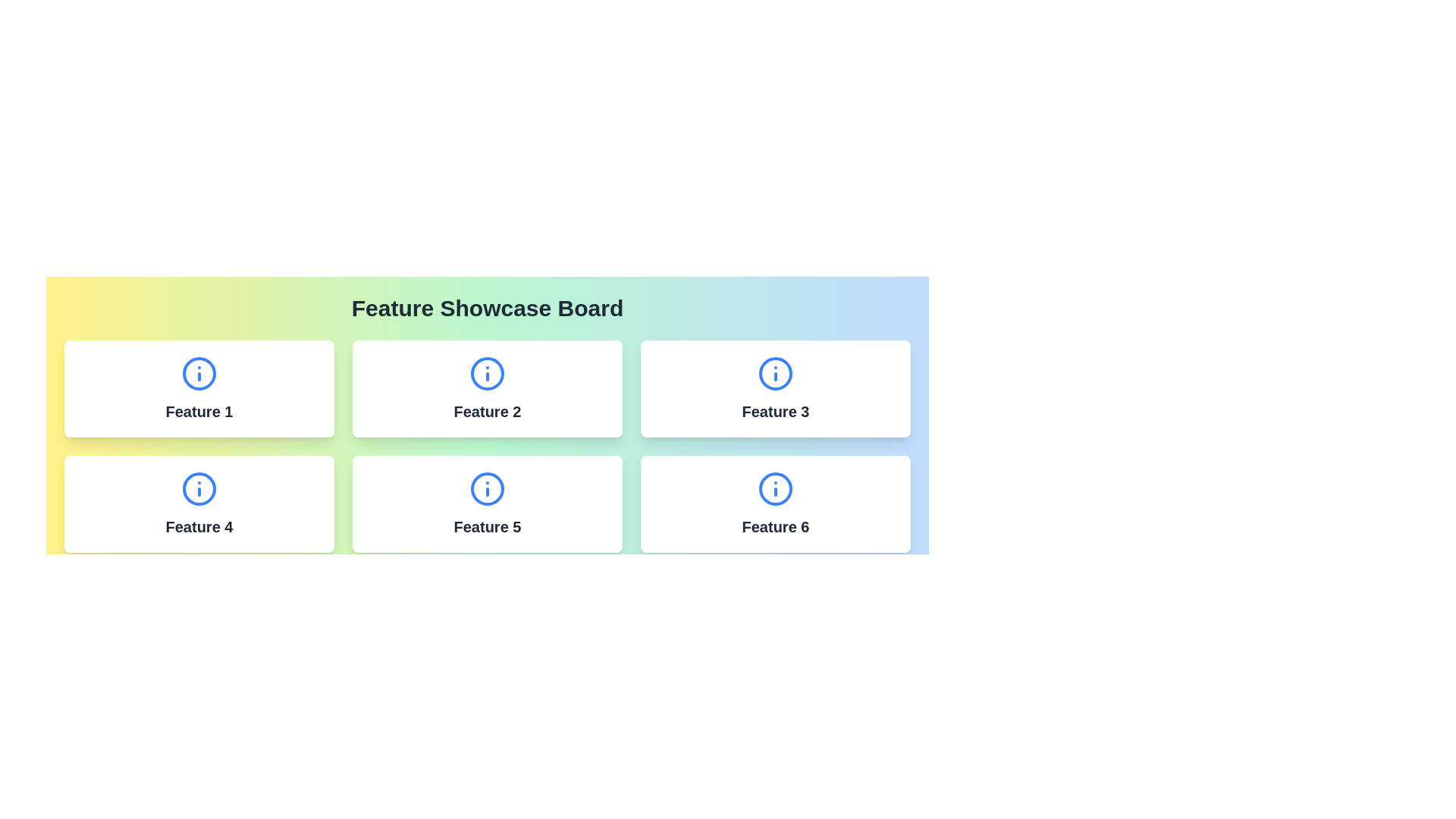 This screenshot has width=1456, height=819. I want to click on the decorative circle shape in the 'Feature 3' icon located in the third column of icons, so click(775, 374).